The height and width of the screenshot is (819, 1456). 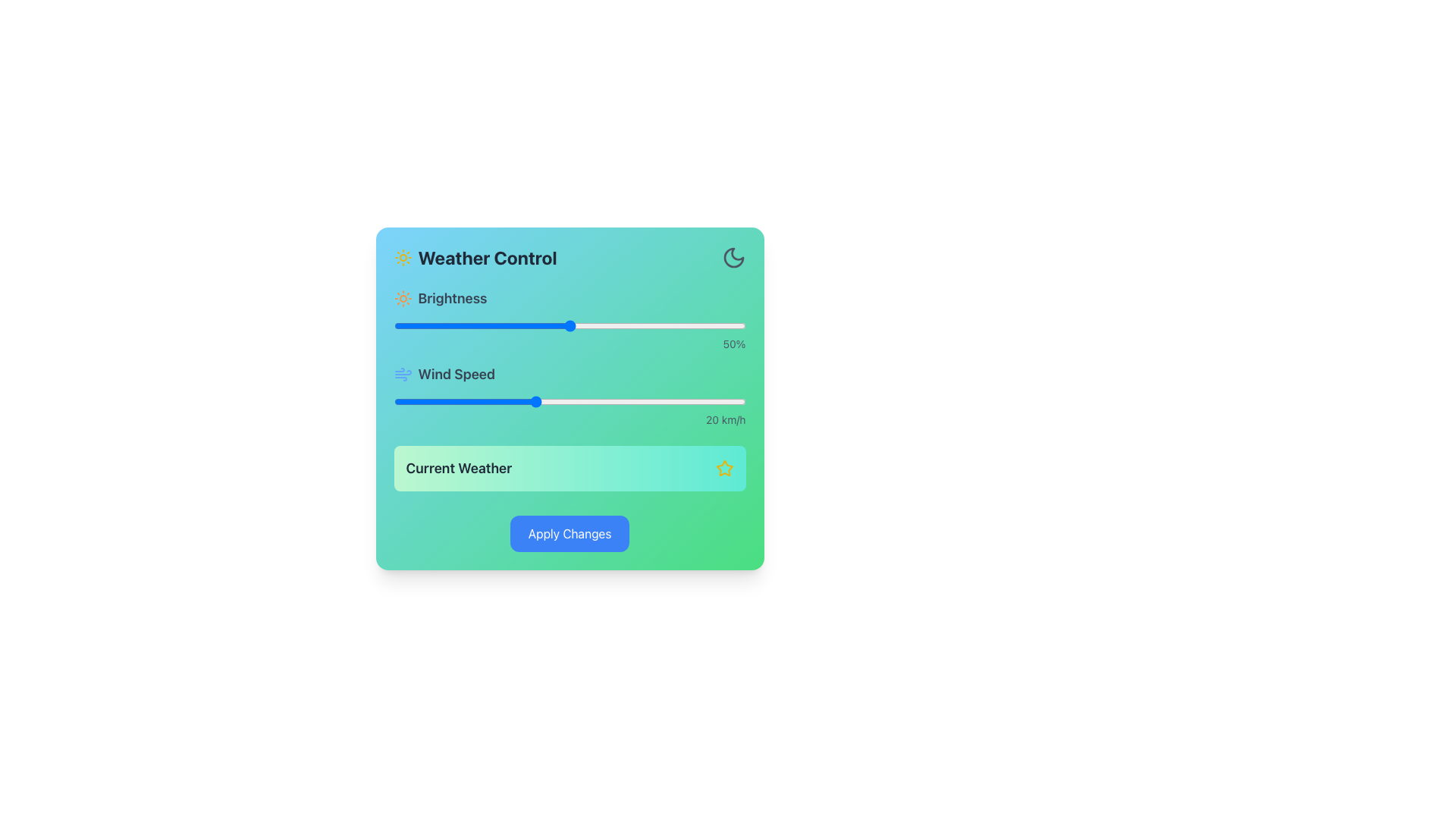 What do you see at coordinates (723, 467) in the screenshot?
I see `the star icon located at the bottom right corner of the 'Current Weather' input box in the 'Weather Control' interface to interact with it` at bounding box center [723, 467].